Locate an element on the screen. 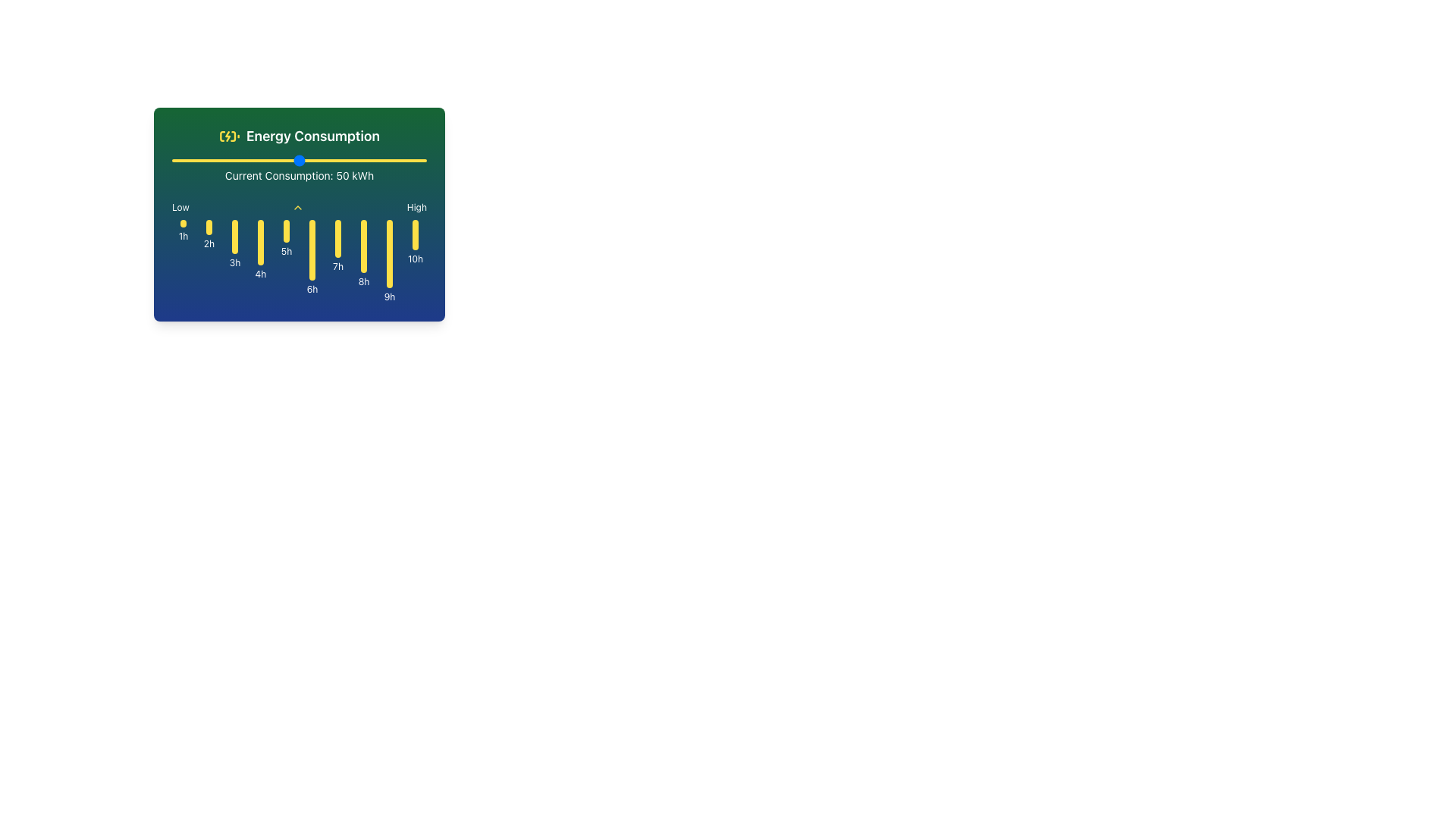 The image size is (1456, 819). the energy consumption slider is located at coordinates (251, 162).